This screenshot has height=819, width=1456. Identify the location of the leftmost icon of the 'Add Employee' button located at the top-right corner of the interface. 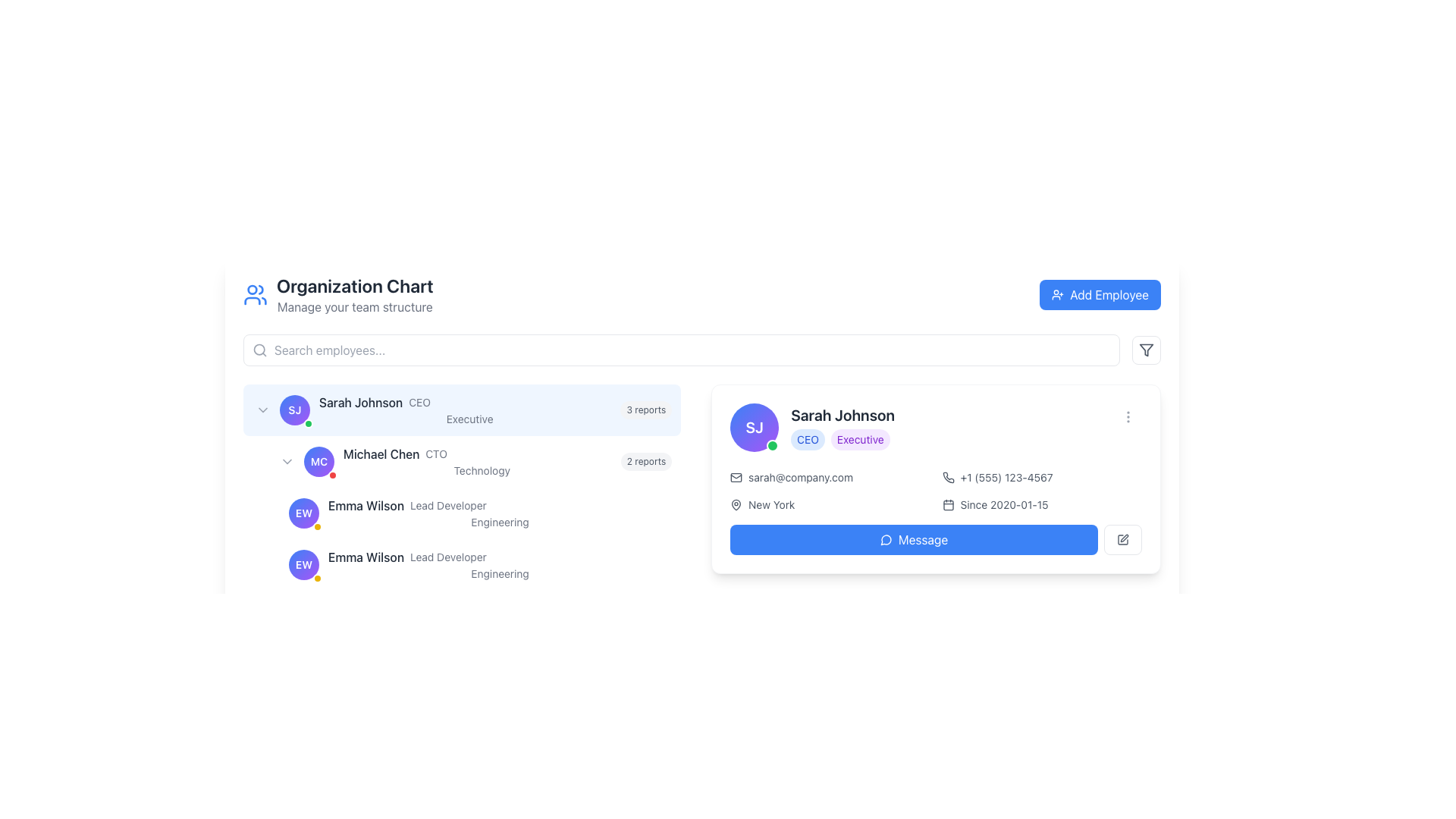
(1057, 295).